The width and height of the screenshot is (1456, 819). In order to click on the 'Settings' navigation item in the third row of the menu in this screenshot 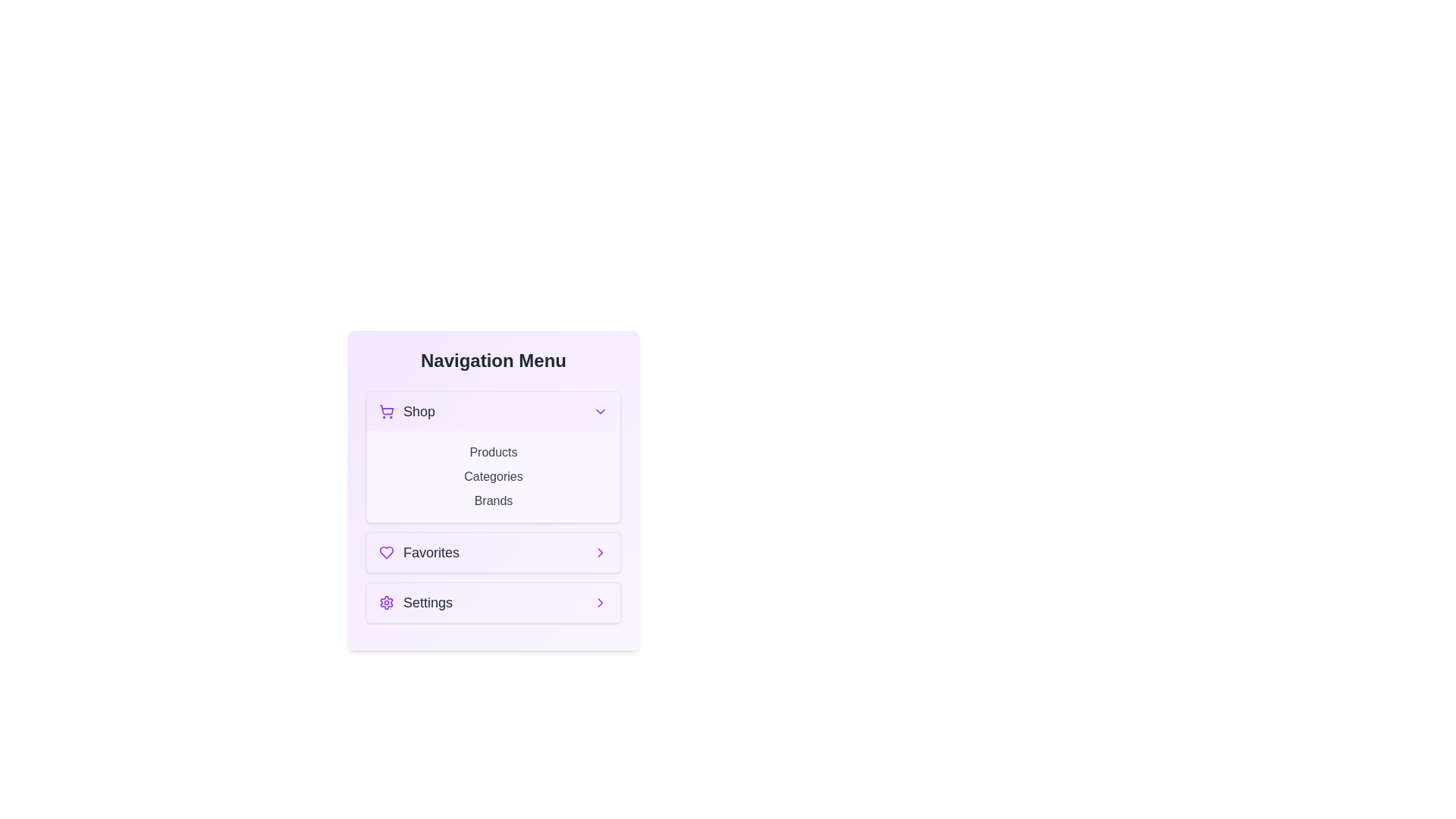, I will do `click(416, 601)`.